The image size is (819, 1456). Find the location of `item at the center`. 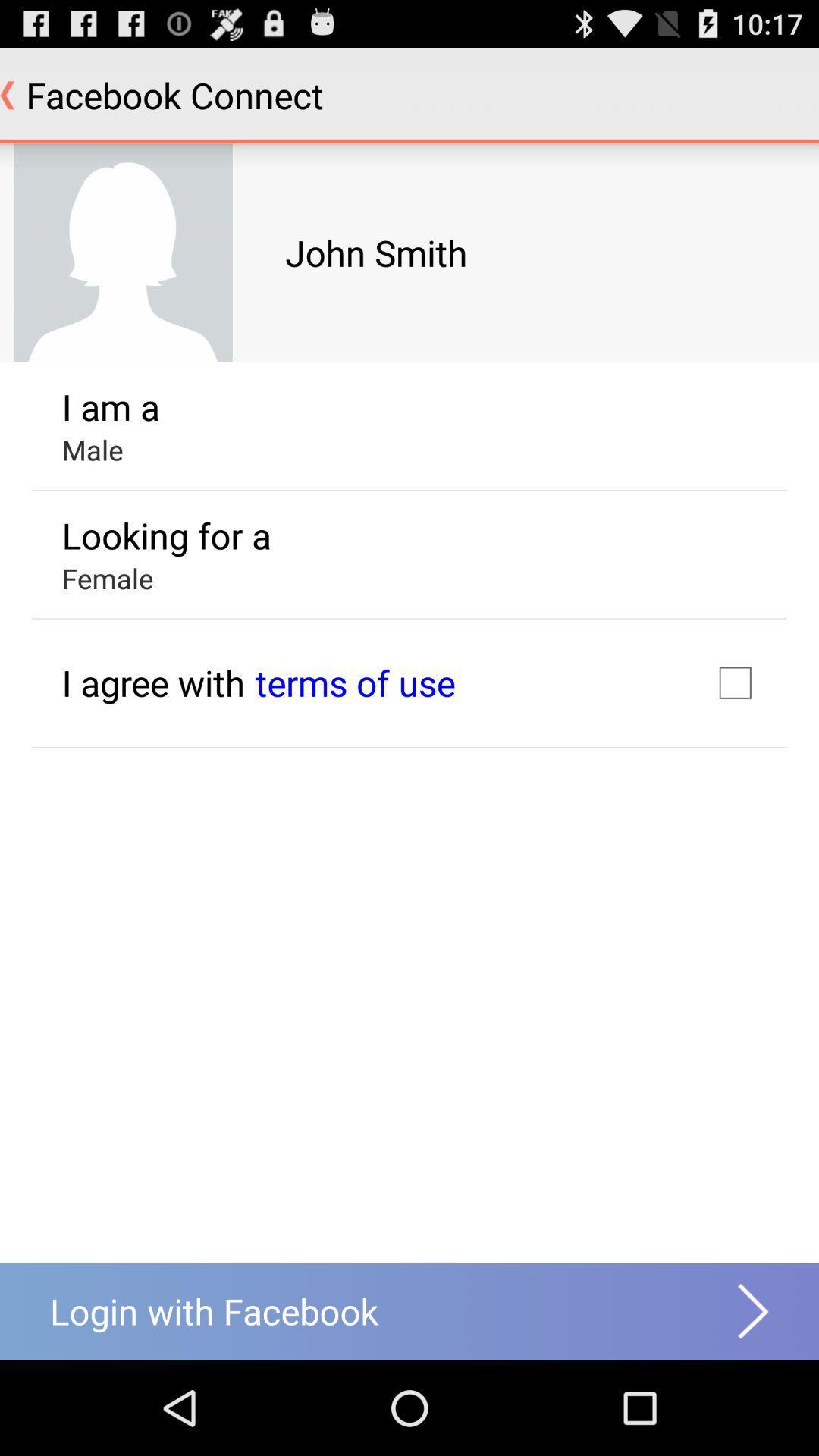

item at the center is located at coordinates (355, 682).